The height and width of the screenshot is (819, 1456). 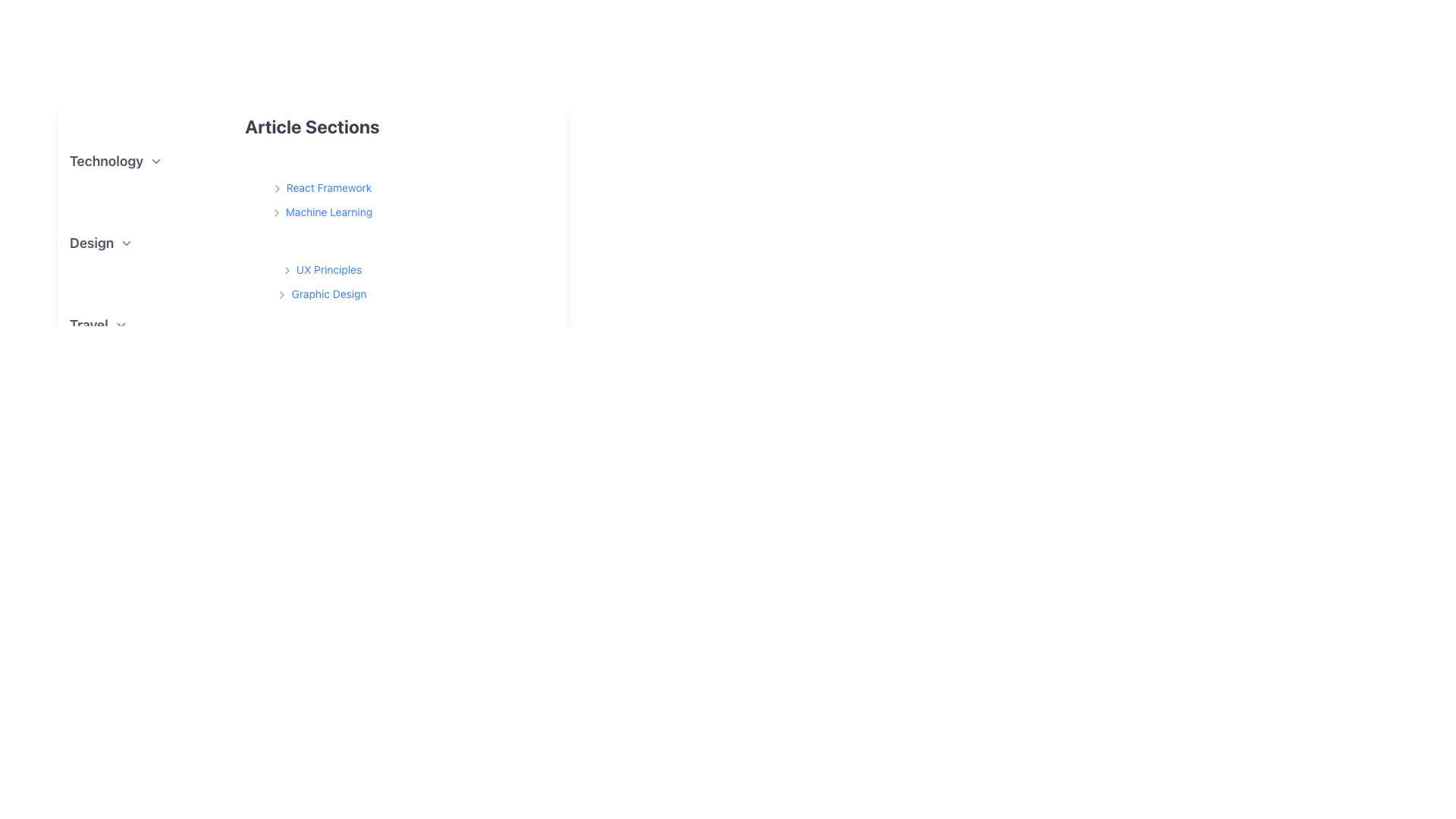 I want to click on the hyperlink text under the 'Technology' header in the 'Article Sections' panel, so click(x=320, y=186).